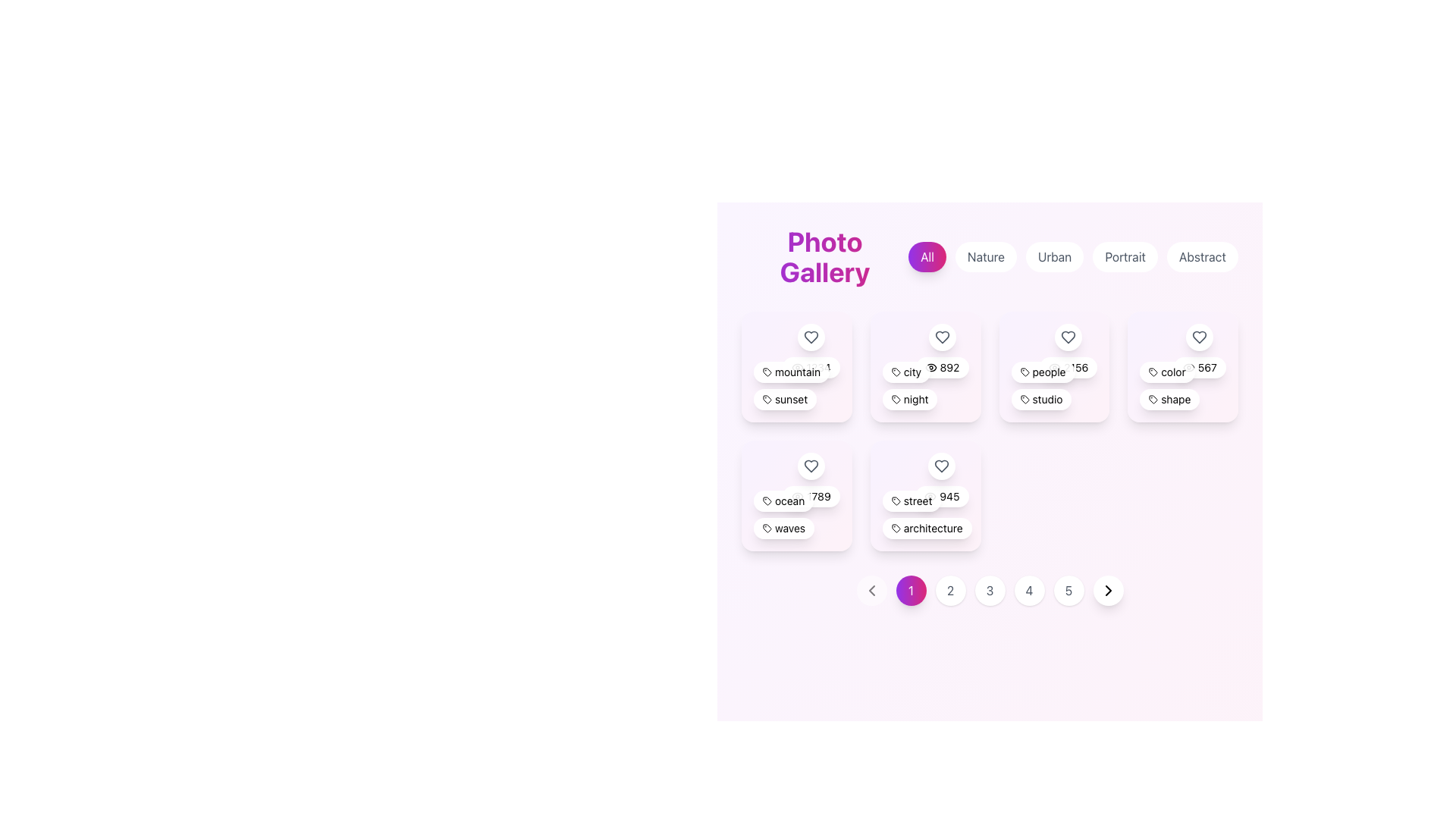  Describe the element at coordinates (1201, 256) in the screenshot. I see `the filter button for 'Abstract' located to the right of the 'Portrait' button in the top center row of buttons` at that location.